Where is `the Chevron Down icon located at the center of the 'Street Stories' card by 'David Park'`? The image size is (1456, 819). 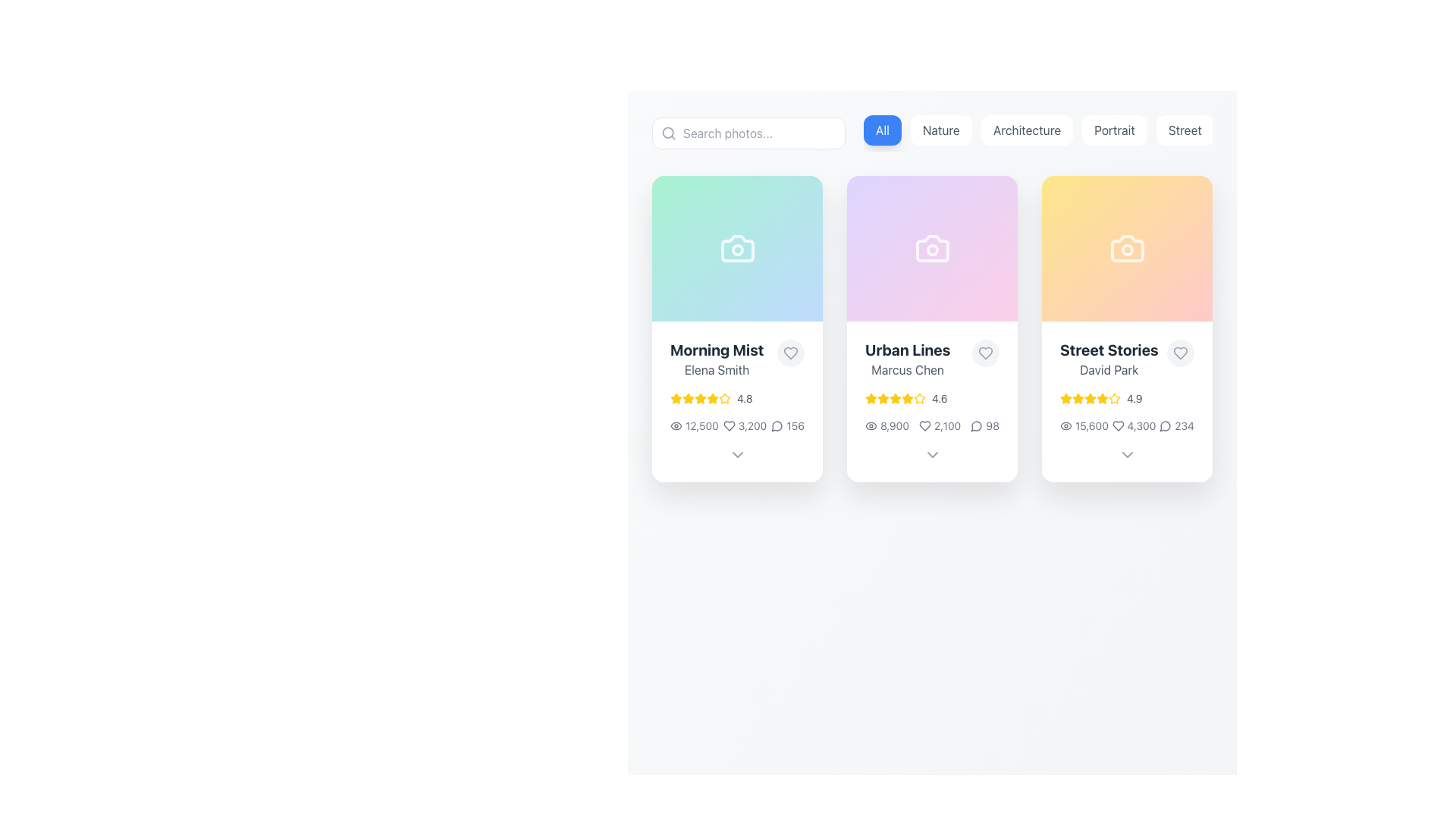 the Chevron Down icon located at the center of the 'Street Stories' card by 'David Park' is located at coordinates (1127, 454).